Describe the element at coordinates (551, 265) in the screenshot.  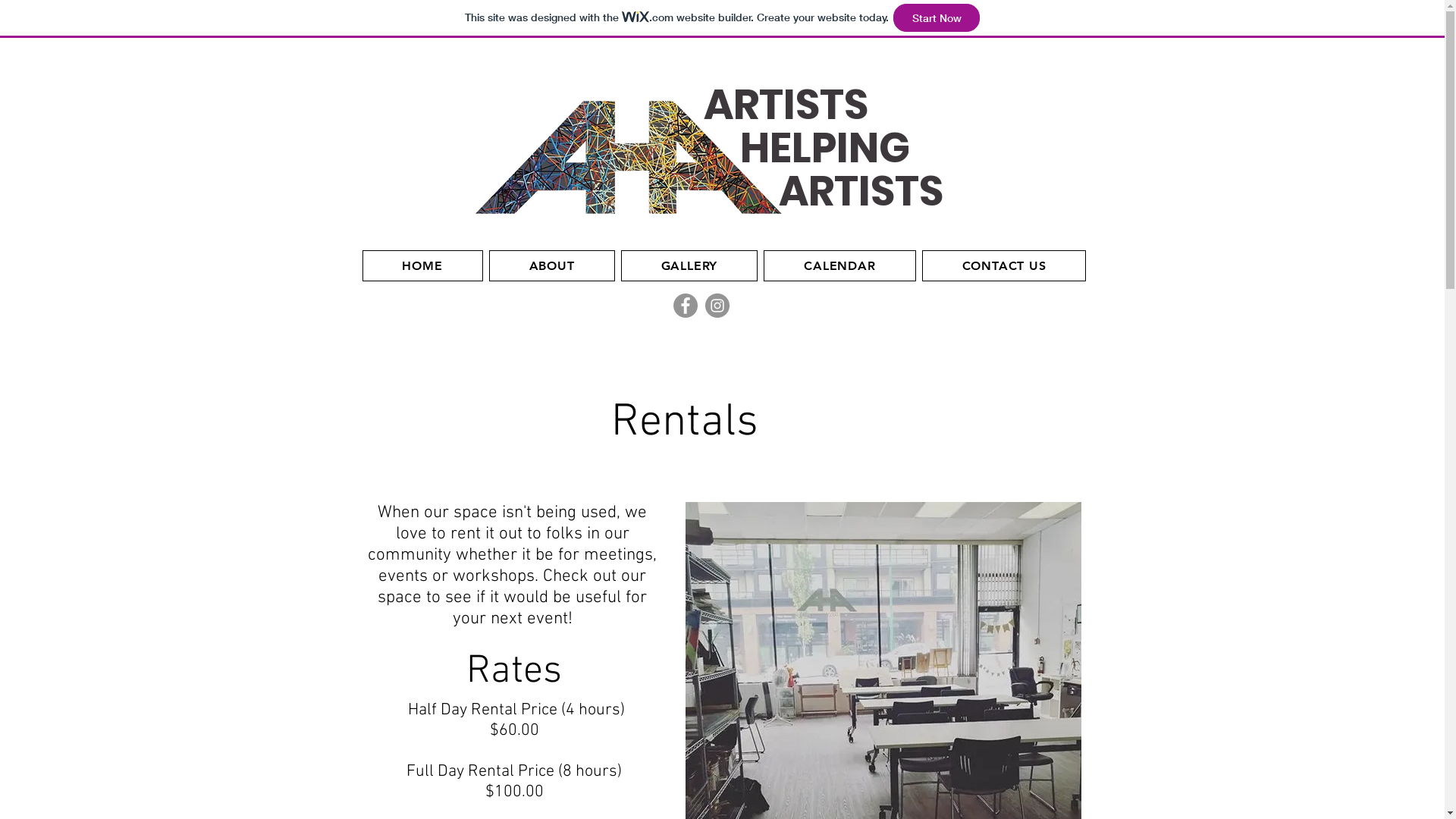
I see `'ABOUT'` at that location.